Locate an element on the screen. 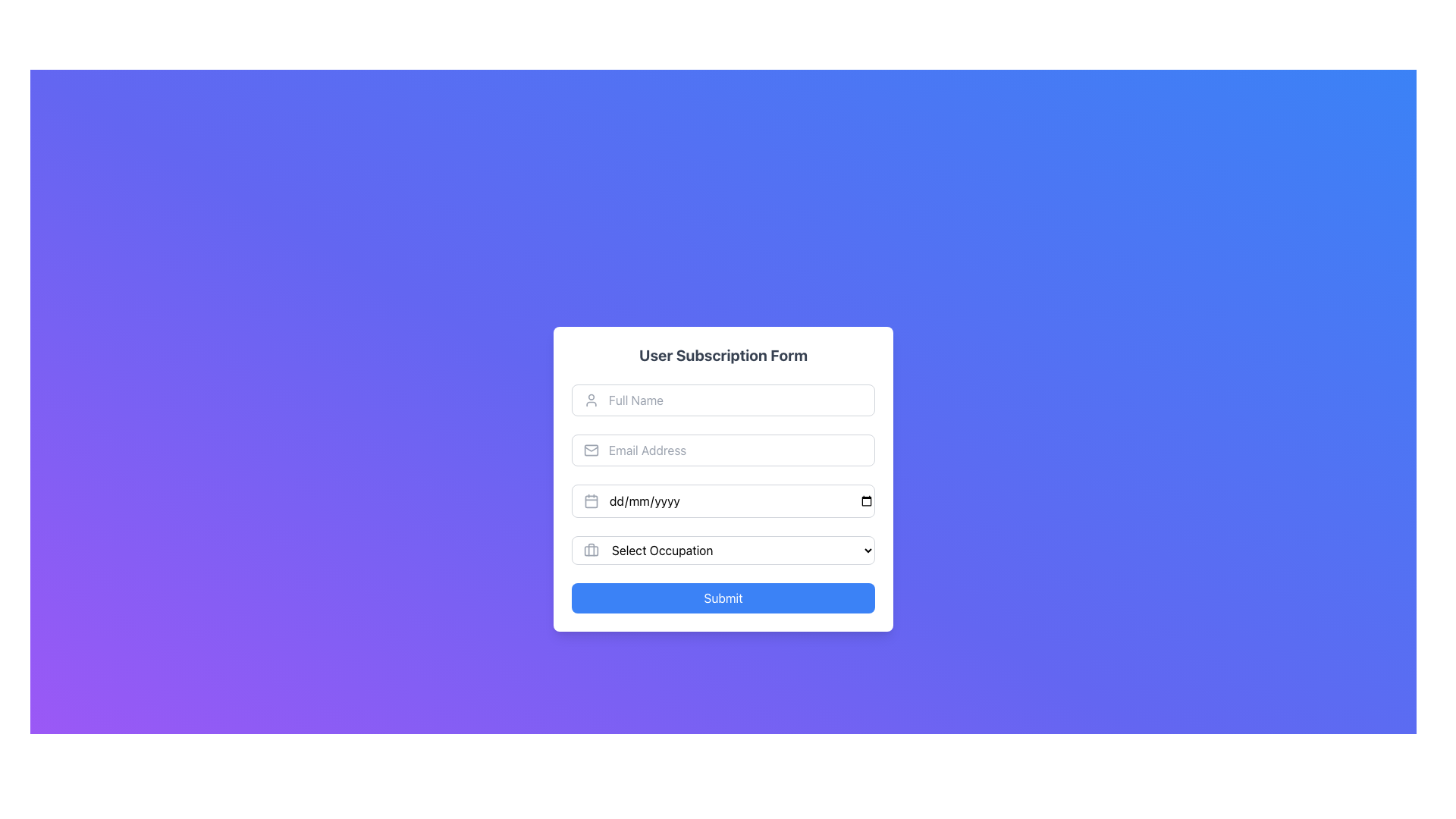 The height and width of the screenshot is (819, 1456). the Date Input Field to focus on it for date entry in the User Subscription Form is located at coordinates (723, 500).